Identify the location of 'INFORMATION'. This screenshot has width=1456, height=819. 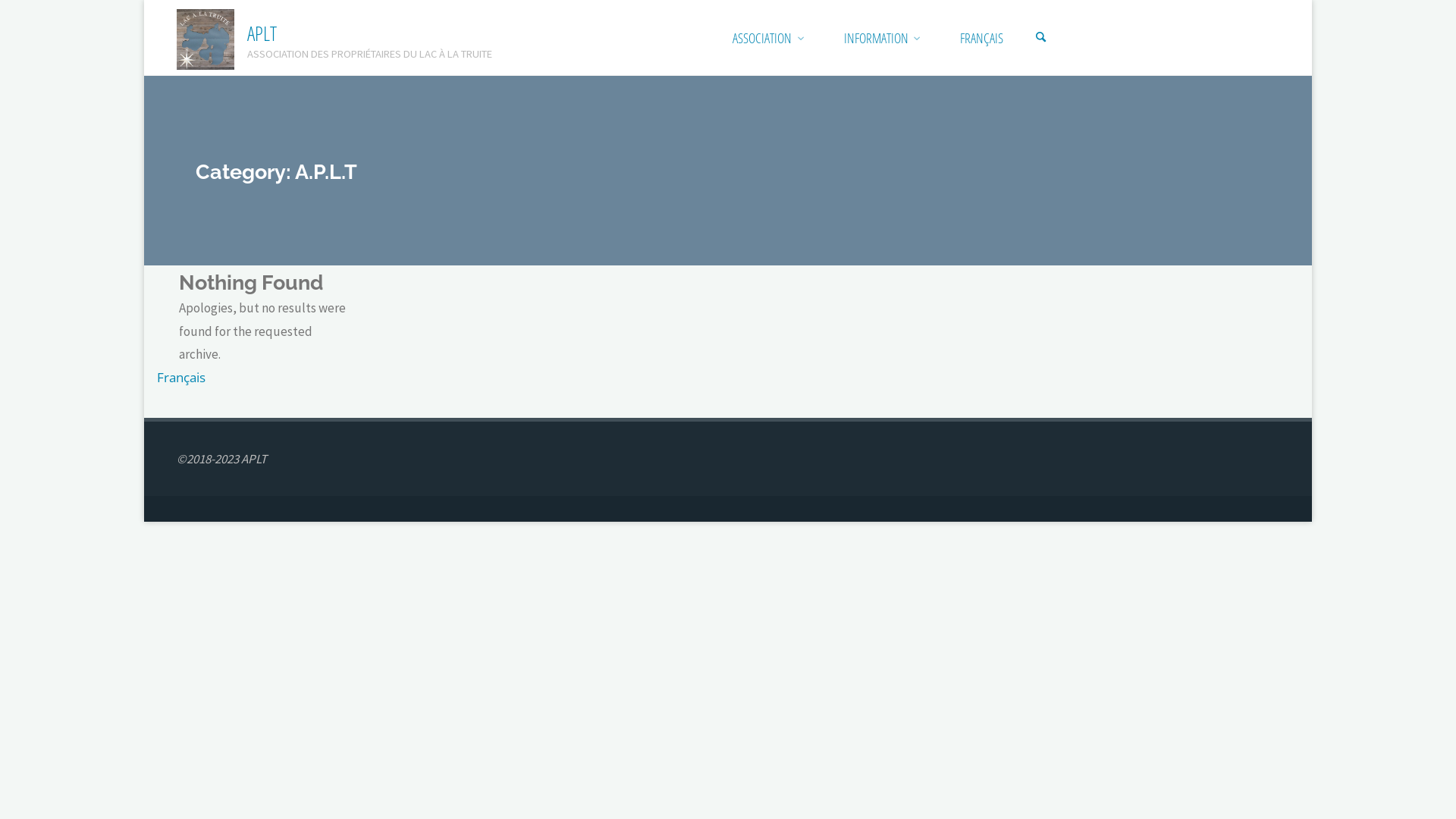
(876, 37).